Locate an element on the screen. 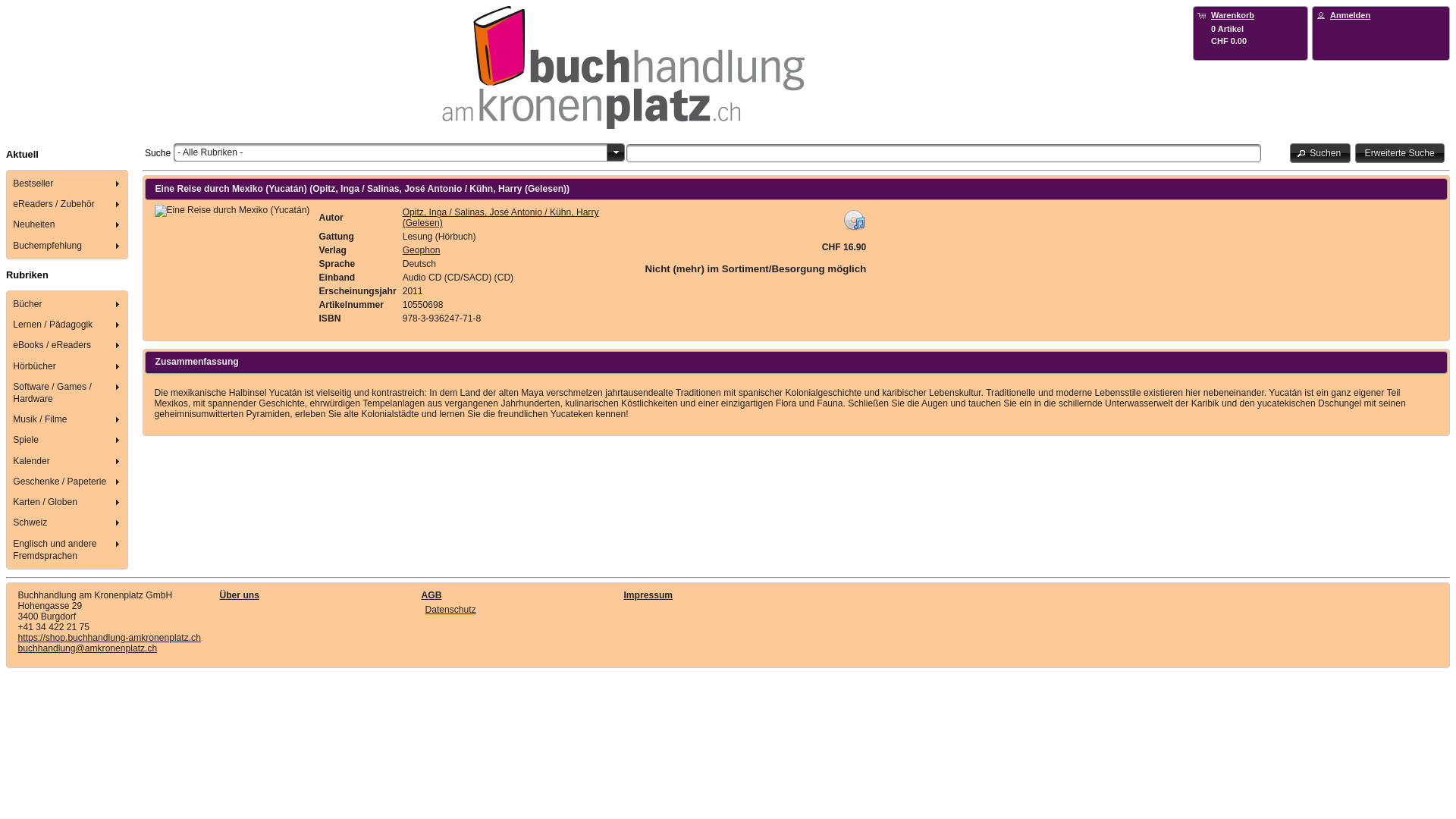 The height and width of the screenshot is (819, 1456). 'eBooks / eReaders' is located at coordinates (67, 345).